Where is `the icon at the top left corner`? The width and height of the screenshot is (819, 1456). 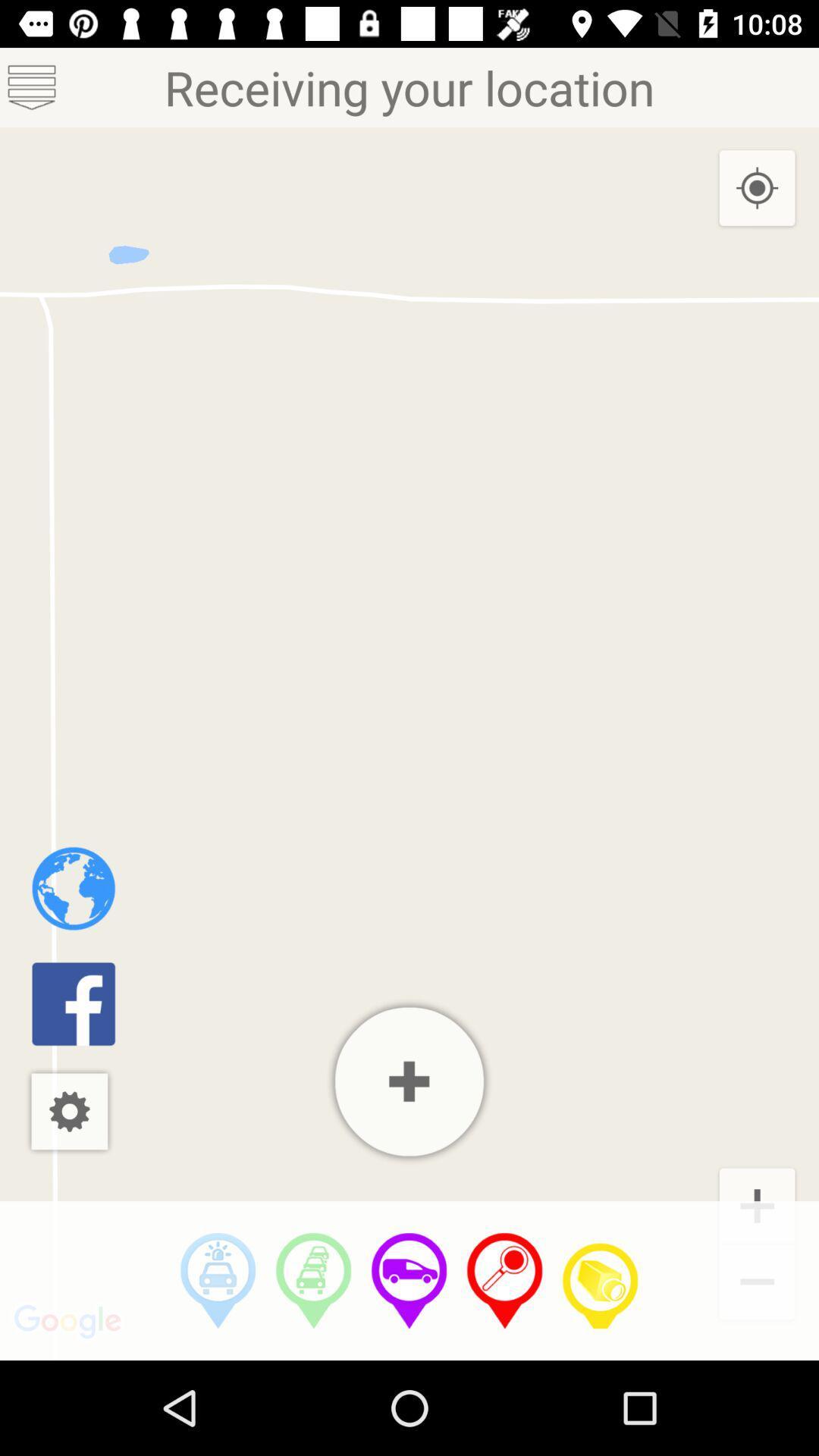 the icon at the top left corner is located at coordinates (32, 86).